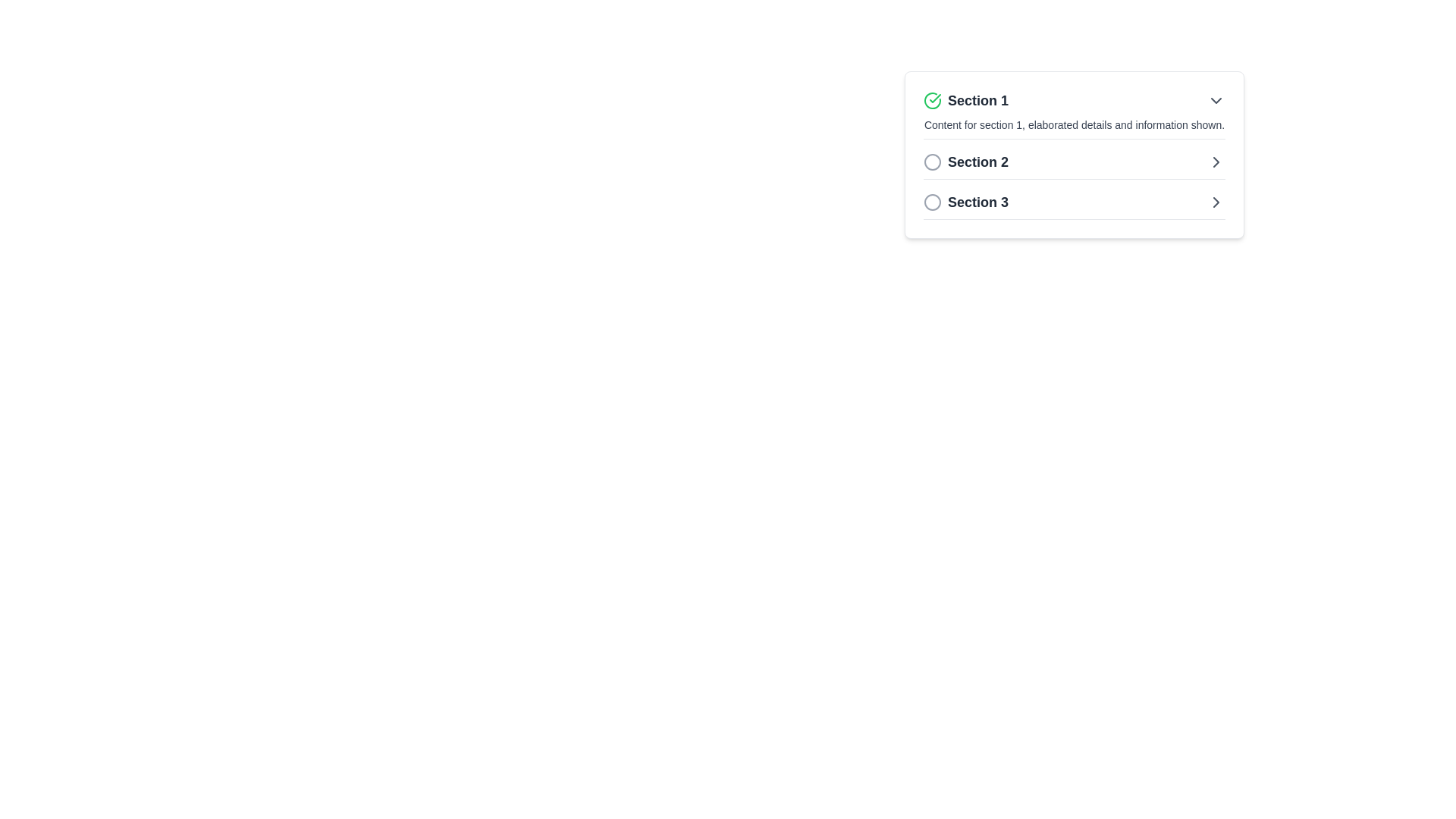  Describe the element at coordinates (1216, 162) in the screenshot. I see `the right-pointing chevron icon` at that location.